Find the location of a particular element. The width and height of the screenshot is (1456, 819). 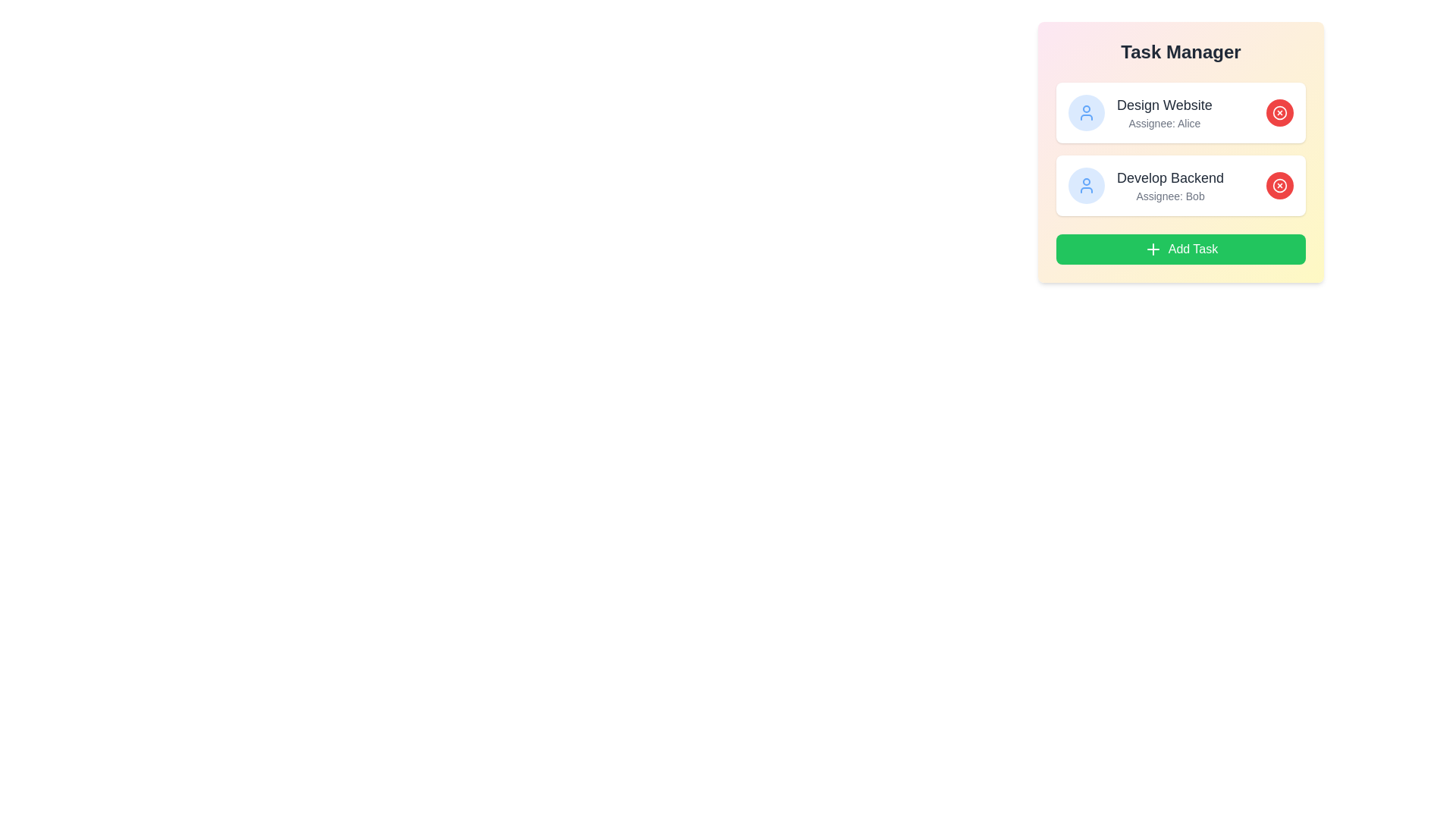

the SVG Icon representing the user associated with the task 'Develop Backend' is located at coordinates (1086, 112).